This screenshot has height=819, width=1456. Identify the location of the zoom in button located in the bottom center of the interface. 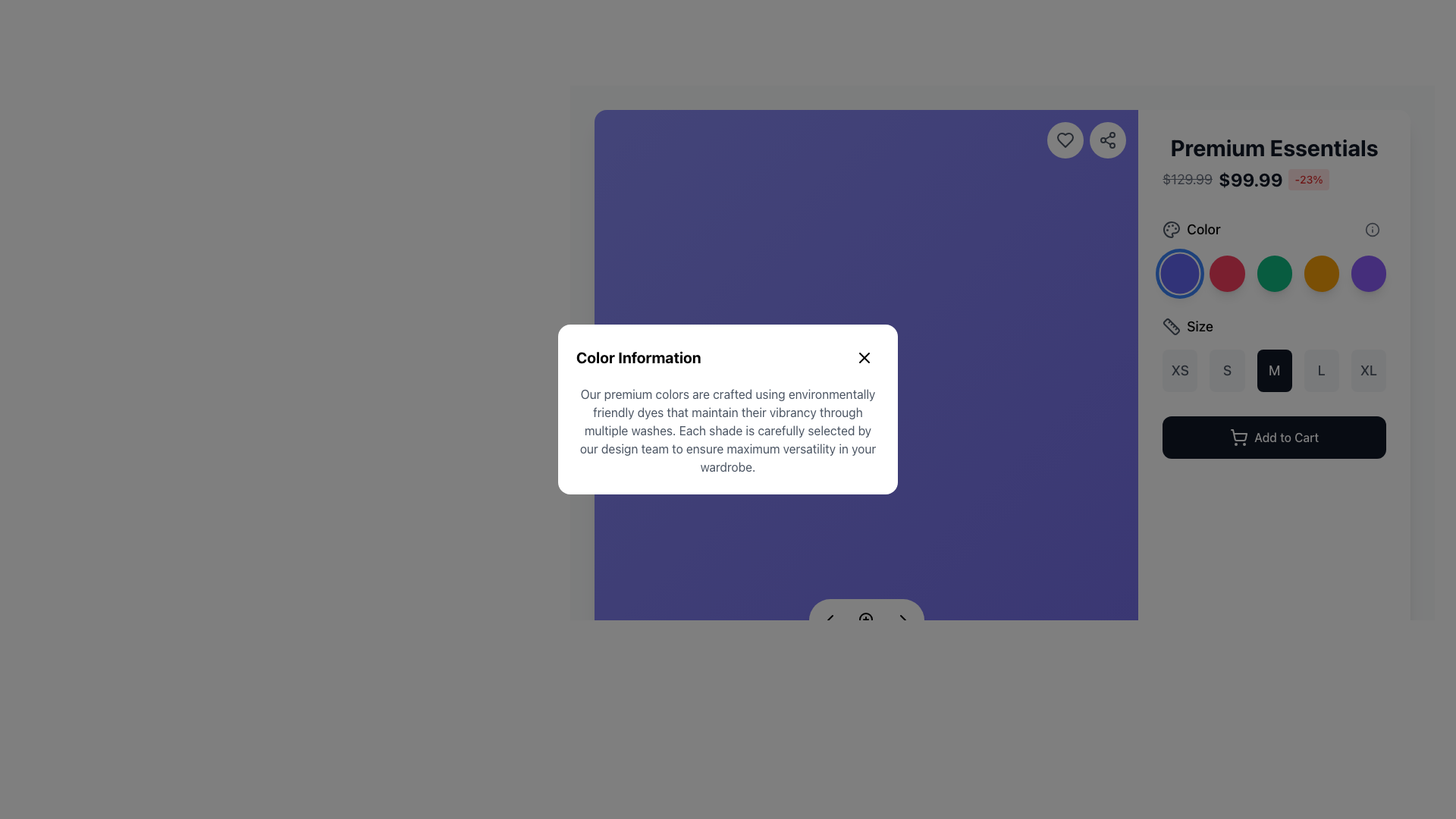
(866, 620).